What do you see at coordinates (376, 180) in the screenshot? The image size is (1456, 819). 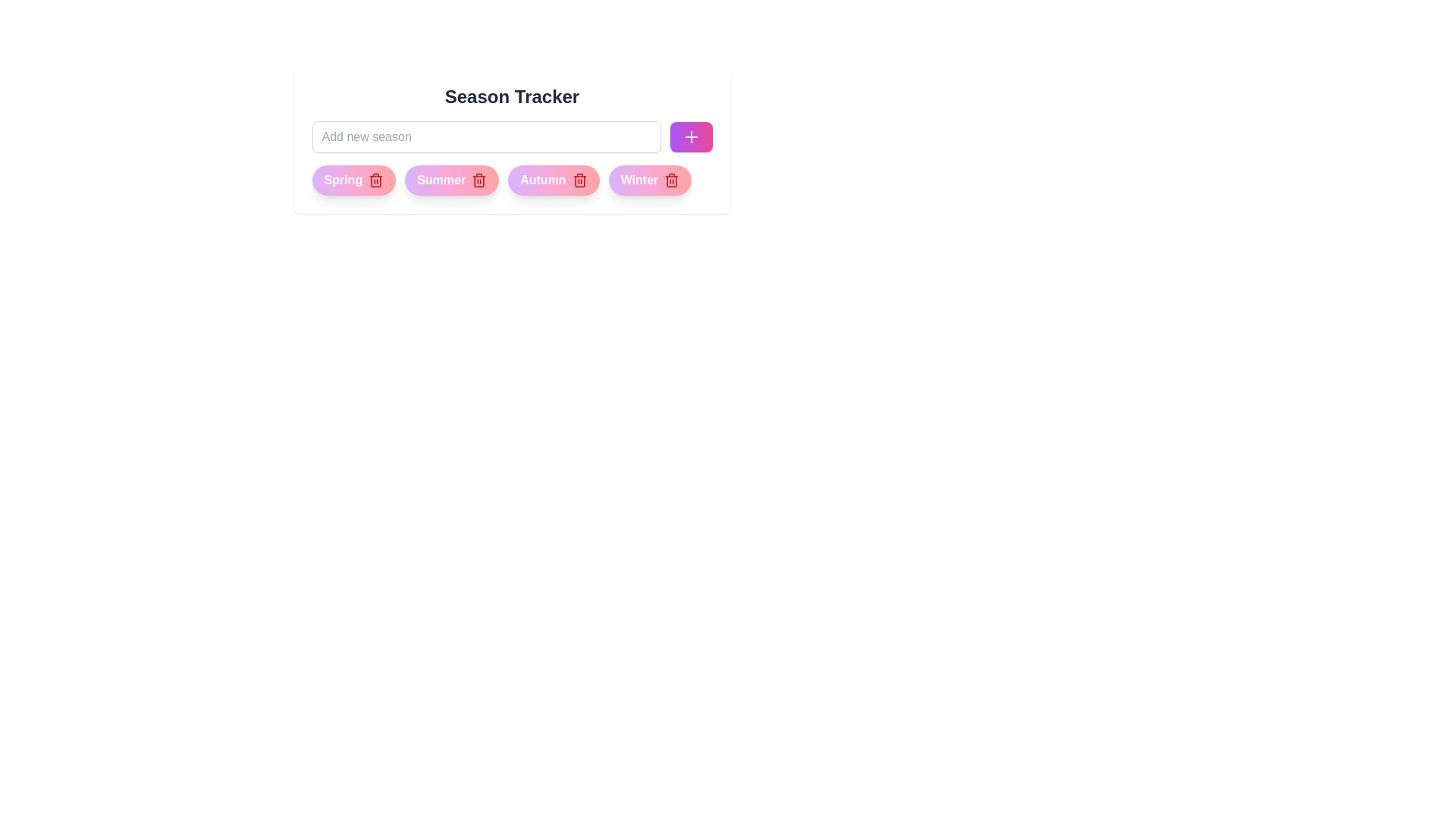 I see `the delete icon of the chip labeled Spring to remove it` at bounding box center [376, 180].